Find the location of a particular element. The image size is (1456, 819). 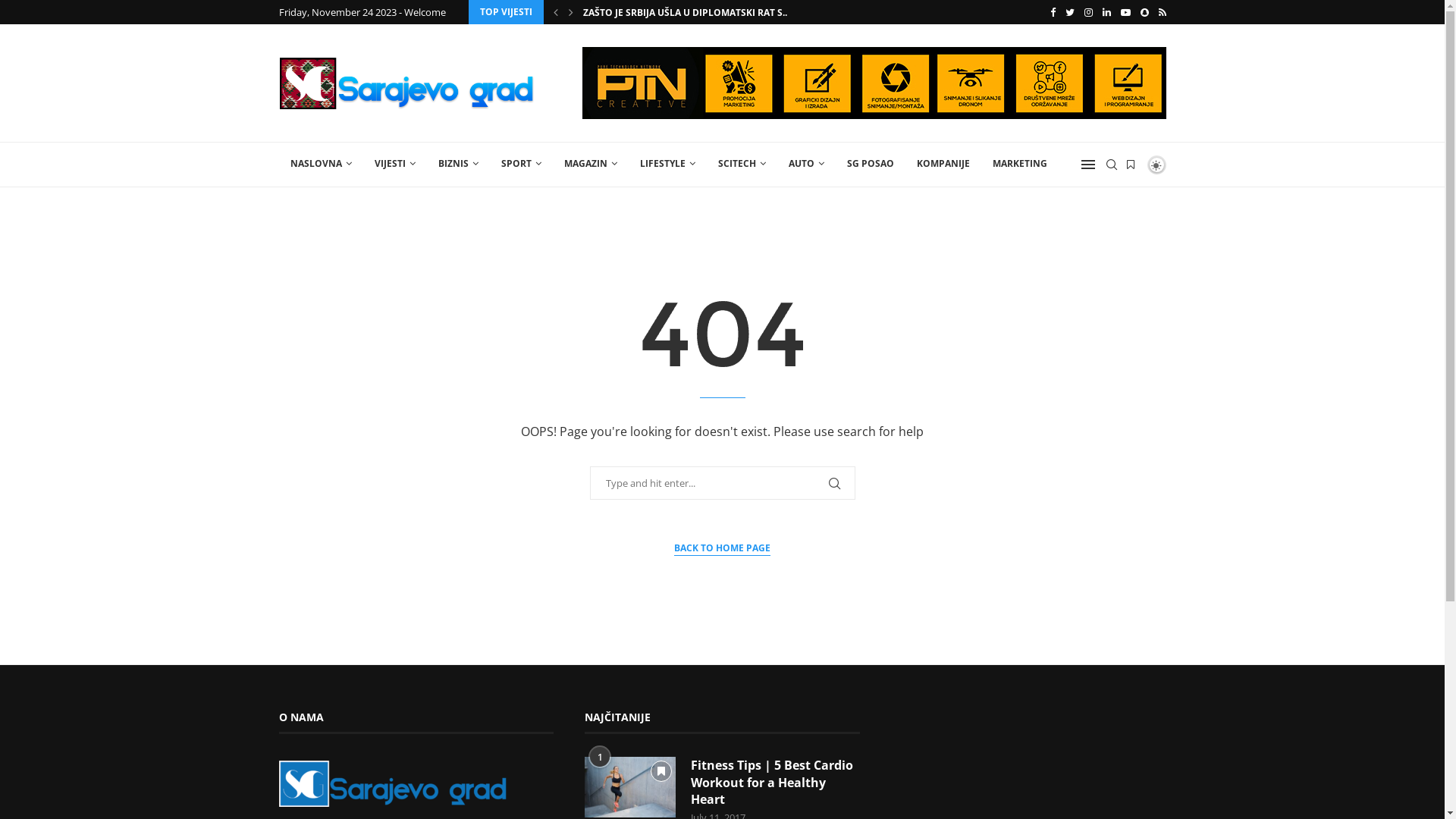

'Bookmark' is located at coordinates (1129, 164).